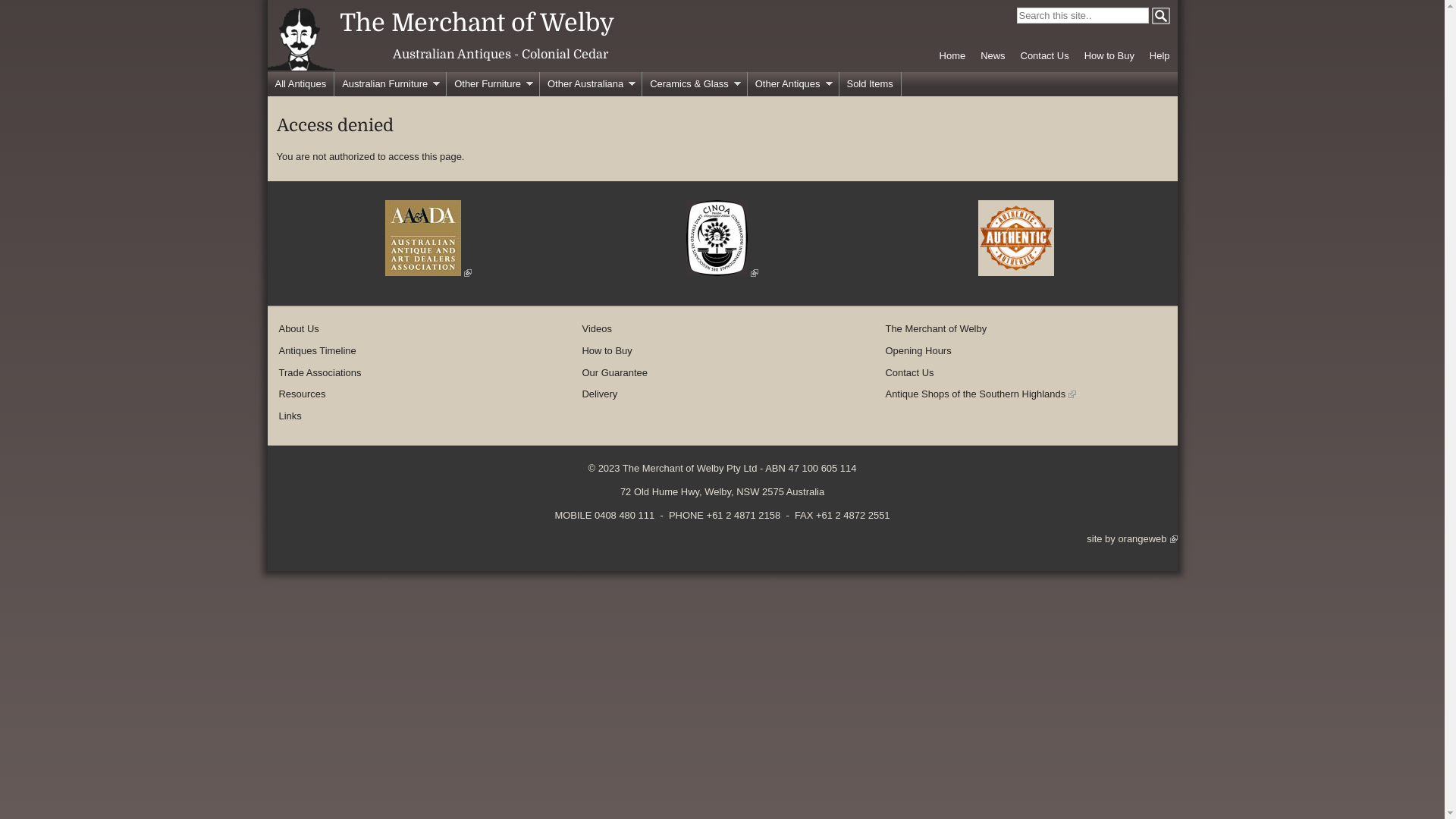  What do you see at coordinates (993, 55) in the screenshot?
I see `'News'` at bounding box center [993, 55].